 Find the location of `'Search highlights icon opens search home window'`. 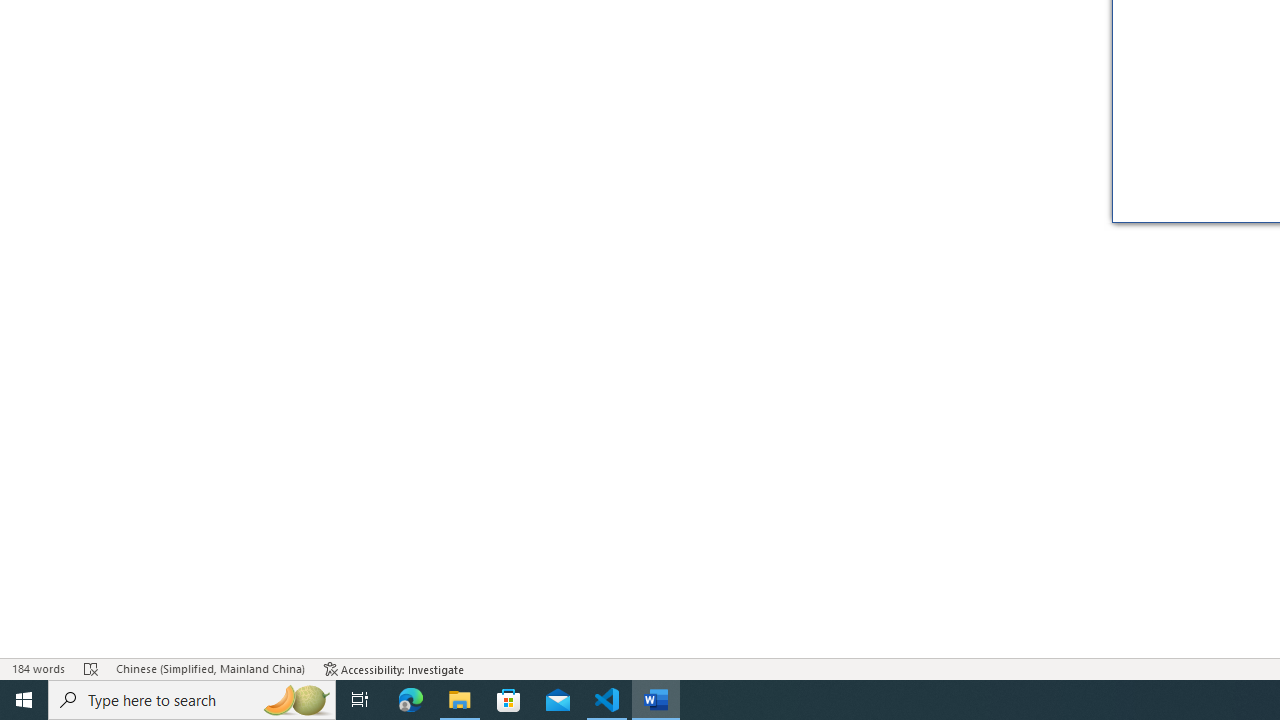

'Search highlights icon opens search home window' is located at coordinates (294, 698).